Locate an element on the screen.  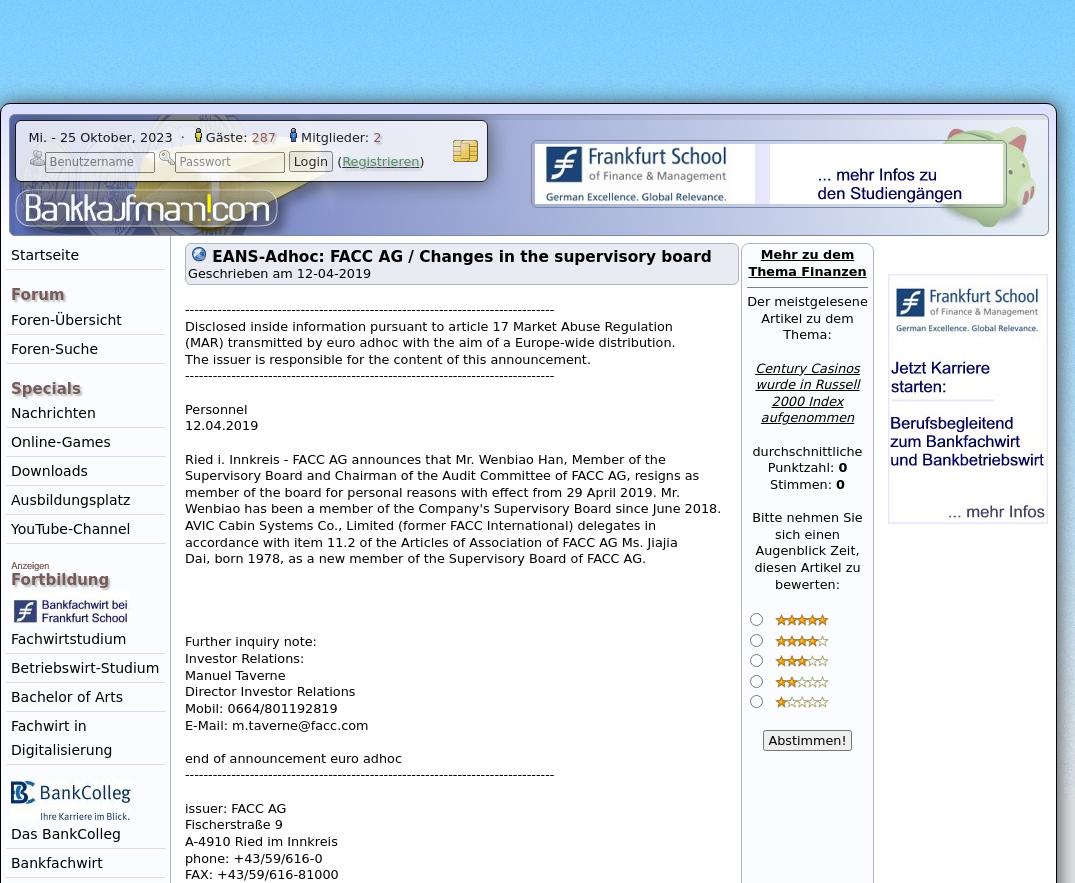
'A-4910 Ried im Innkreis' is located at coordinates (261, 840).